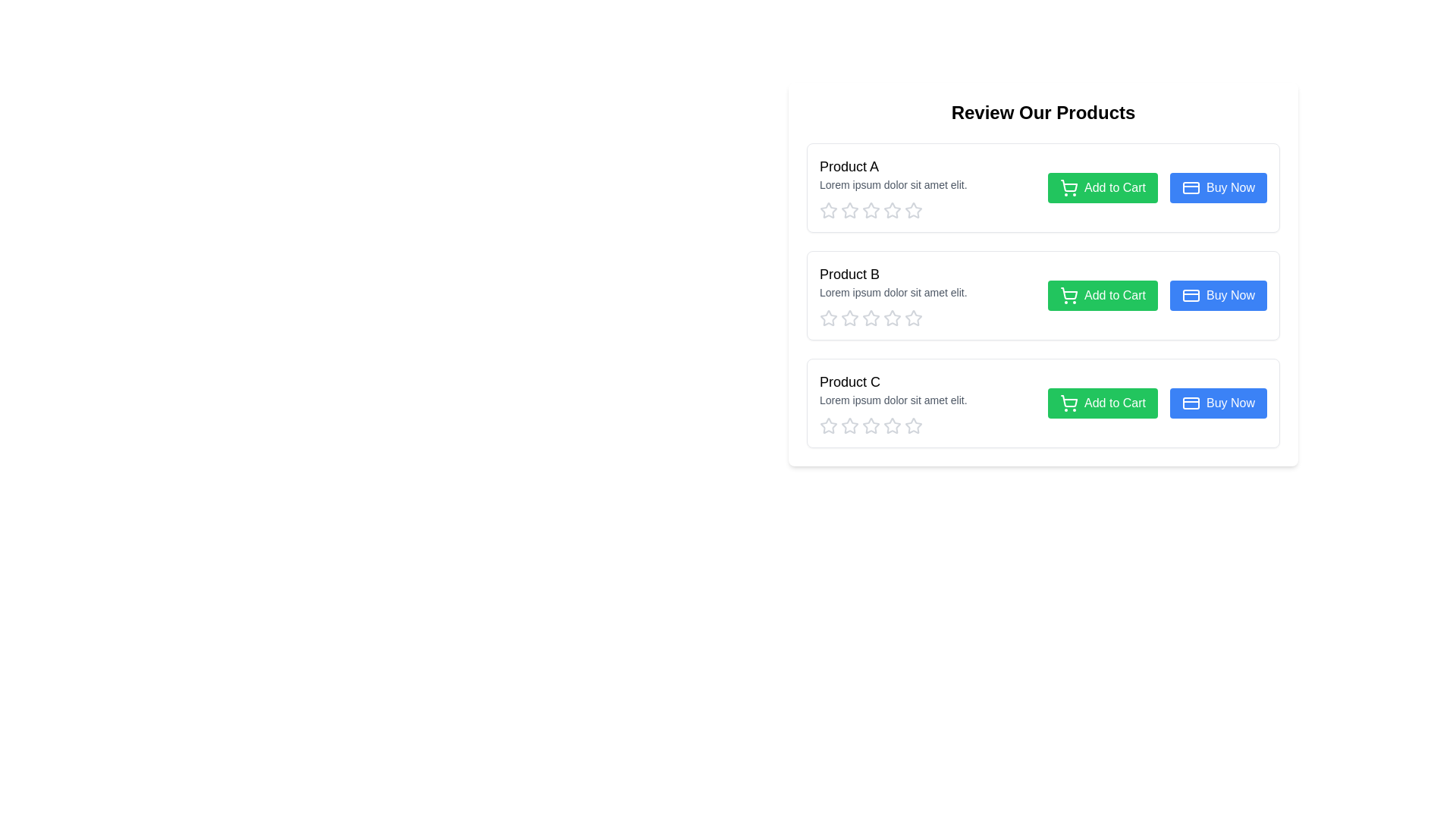 This screenshot has height=819, width=1456. Describe the element at coordinates (827, 317) in the screenshot. I see `the leftmost outlined gray star icon in the rating section for 'Product B'` at that location.